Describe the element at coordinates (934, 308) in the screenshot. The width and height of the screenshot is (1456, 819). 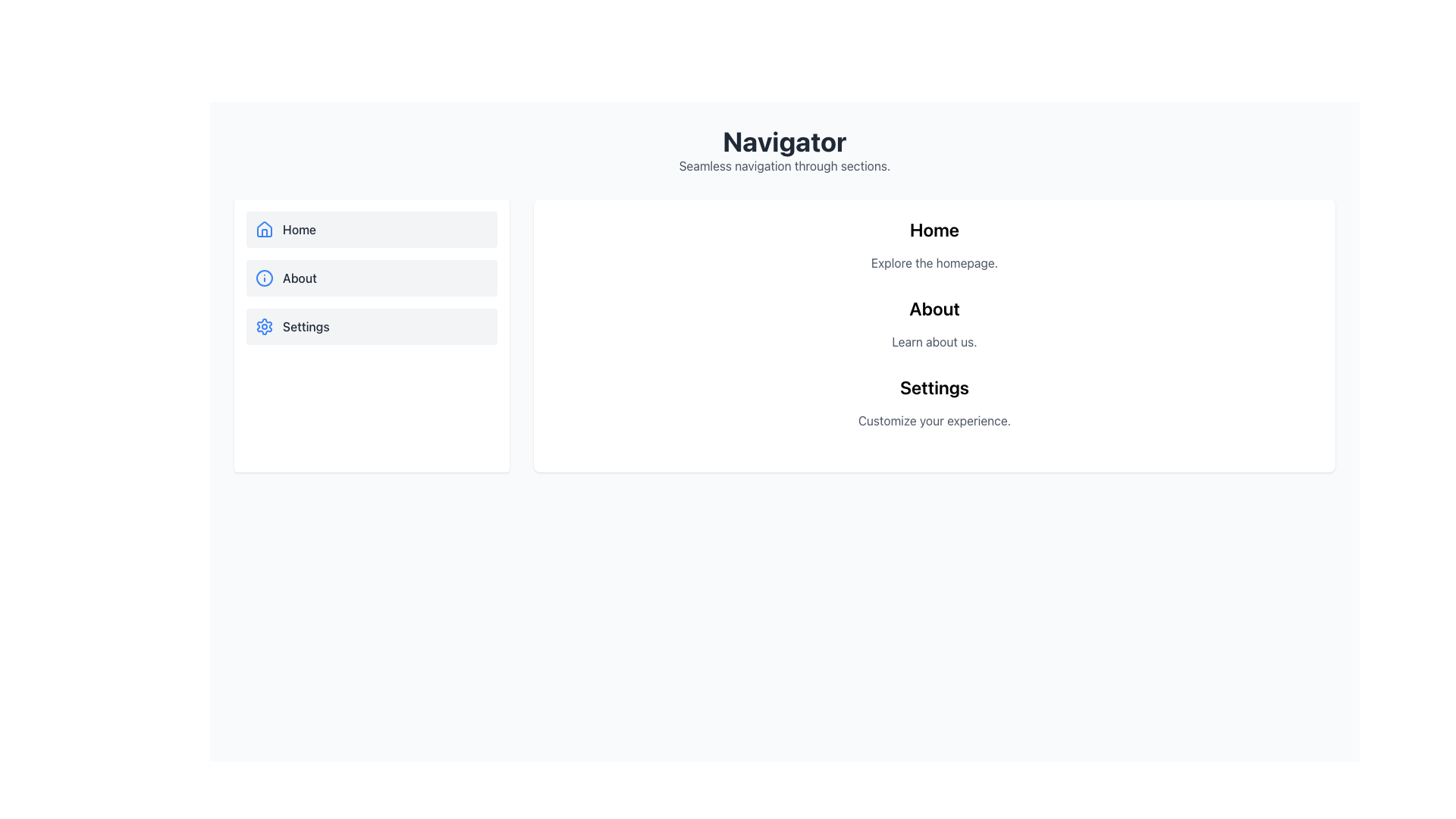
I see `the 'About' text label which is styled in a large and prominent font, located at the top of the section providing an overview of the 'About' topic` at that location.